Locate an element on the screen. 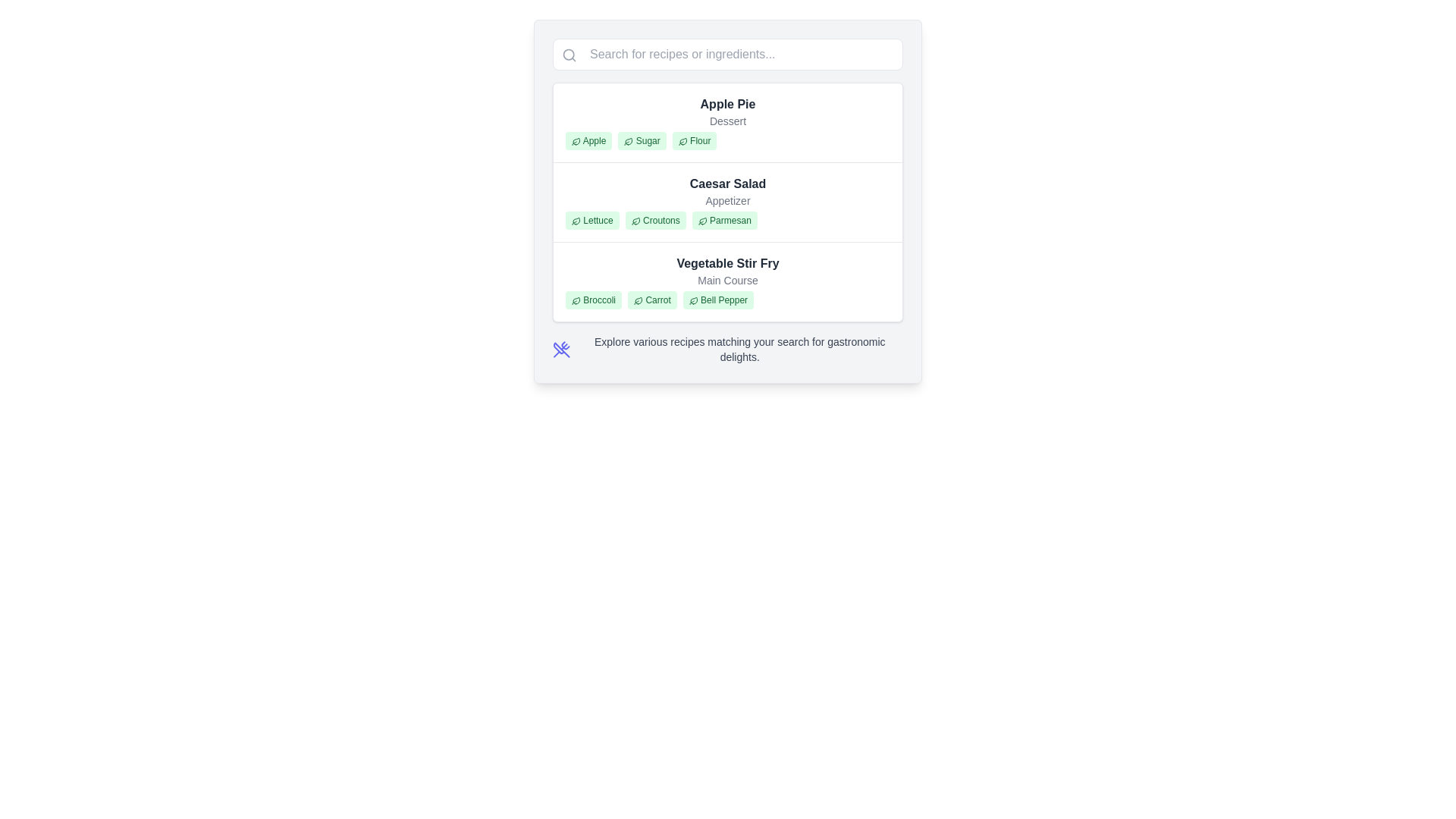 The height and width of the screenshot is (819, 1456). the text input box with placeholder text 'Search for recipes or ingredients...' is located at coordinates (728, 54).